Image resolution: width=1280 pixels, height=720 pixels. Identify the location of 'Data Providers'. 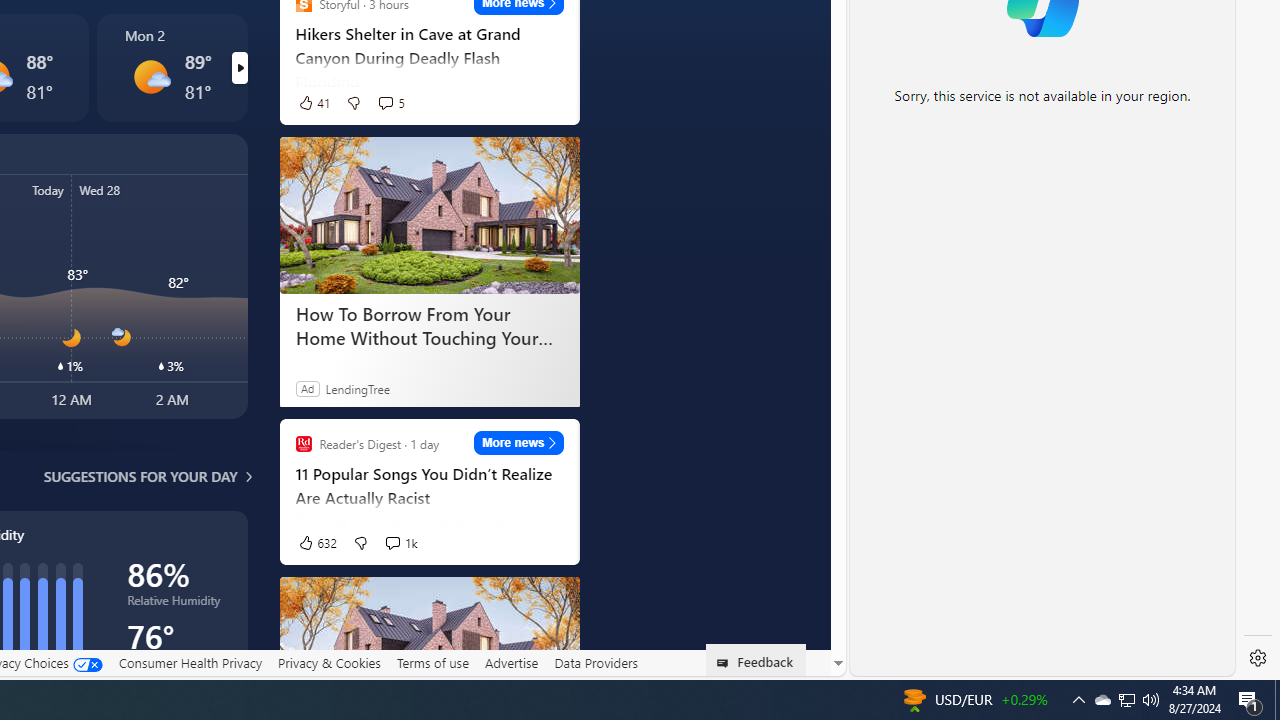
(594, 663).